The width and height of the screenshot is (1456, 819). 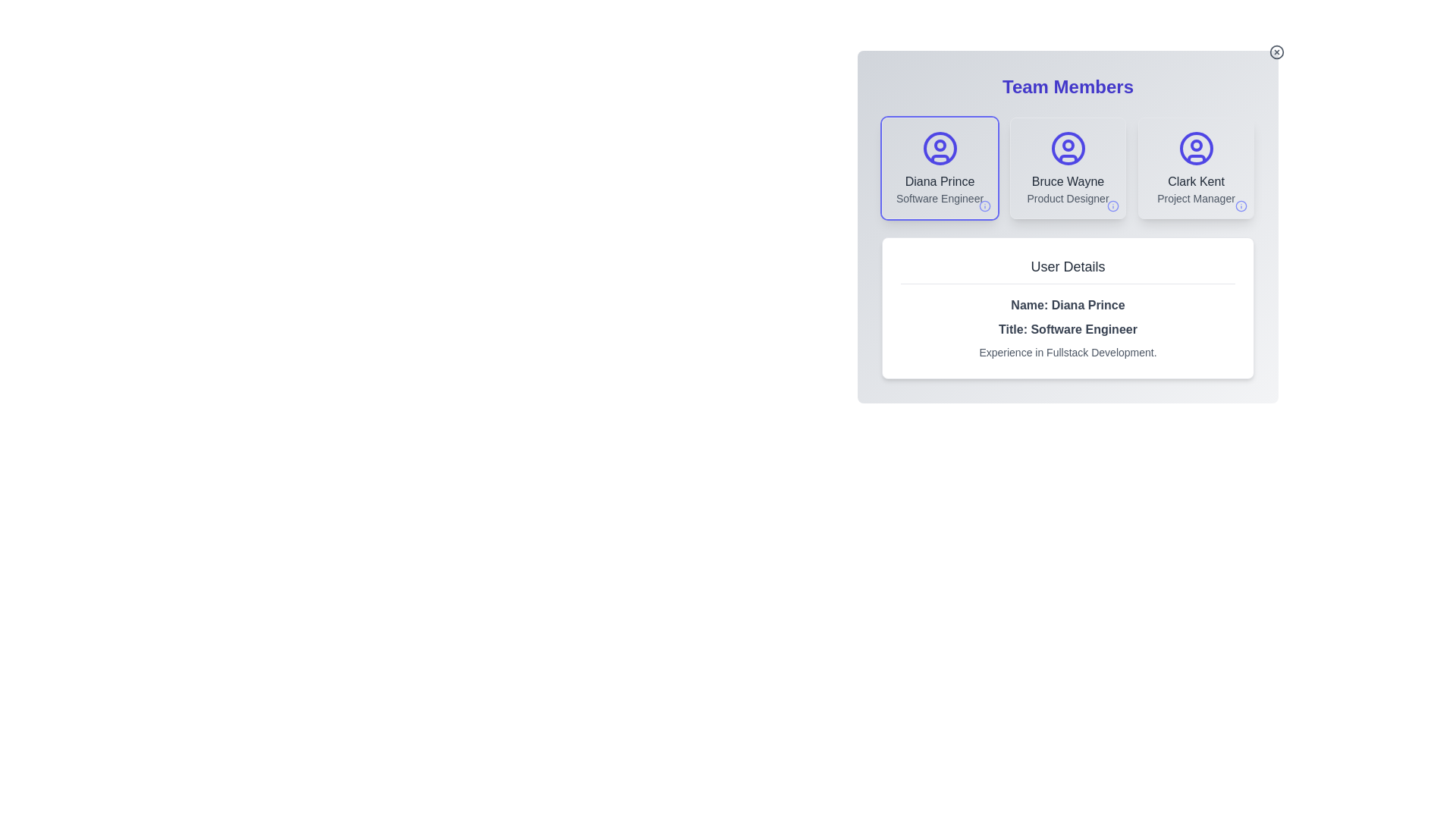 What do you see at coordinates (1241, 206) in the screenshot?
I see `the small circular light indigo icon with an 'i' inside, located at the bottom-right corner of the 'Clark Kent' card` at bounding box center [1241, 206].